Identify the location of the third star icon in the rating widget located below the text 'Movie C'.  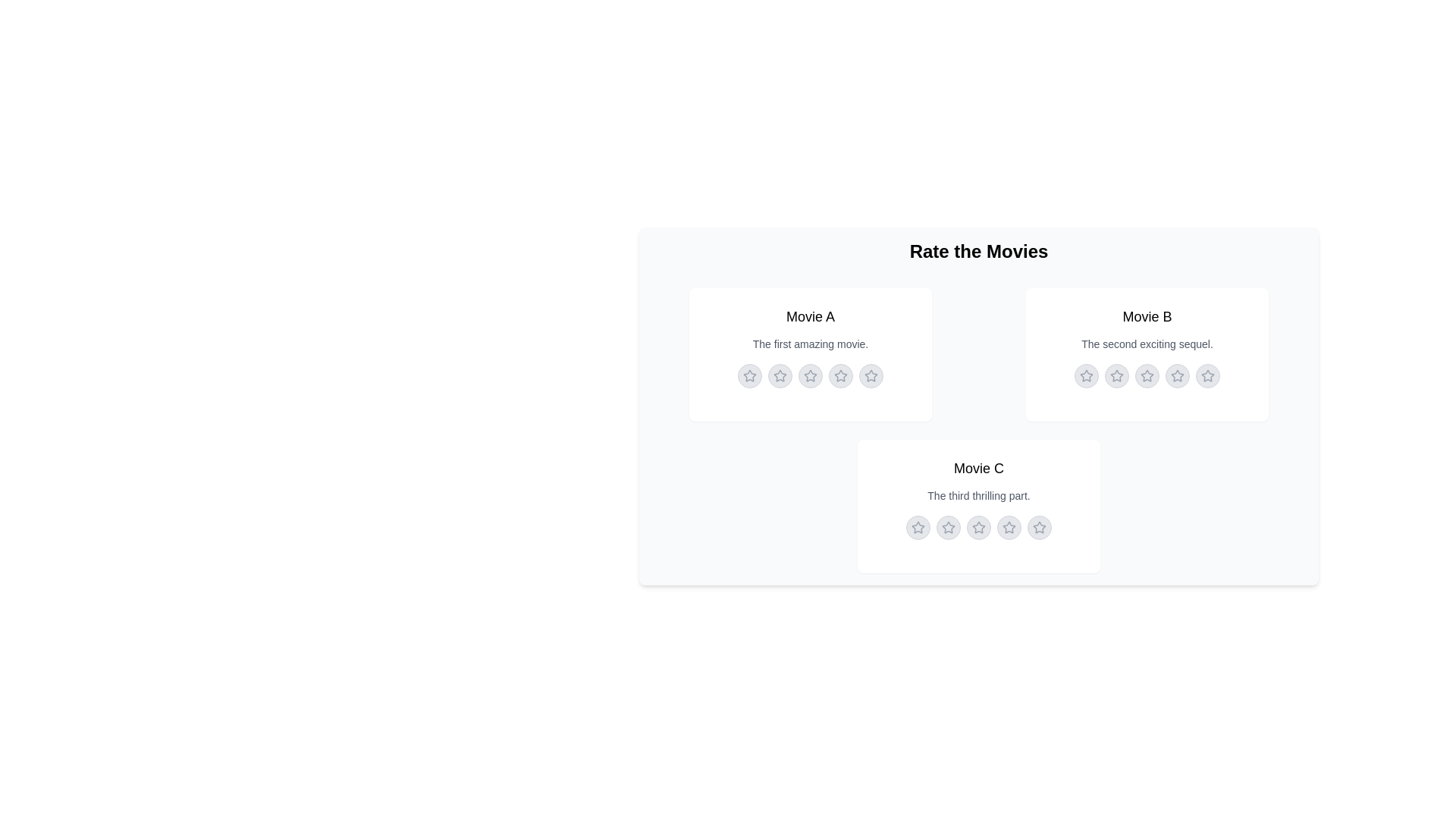
(979, 526).